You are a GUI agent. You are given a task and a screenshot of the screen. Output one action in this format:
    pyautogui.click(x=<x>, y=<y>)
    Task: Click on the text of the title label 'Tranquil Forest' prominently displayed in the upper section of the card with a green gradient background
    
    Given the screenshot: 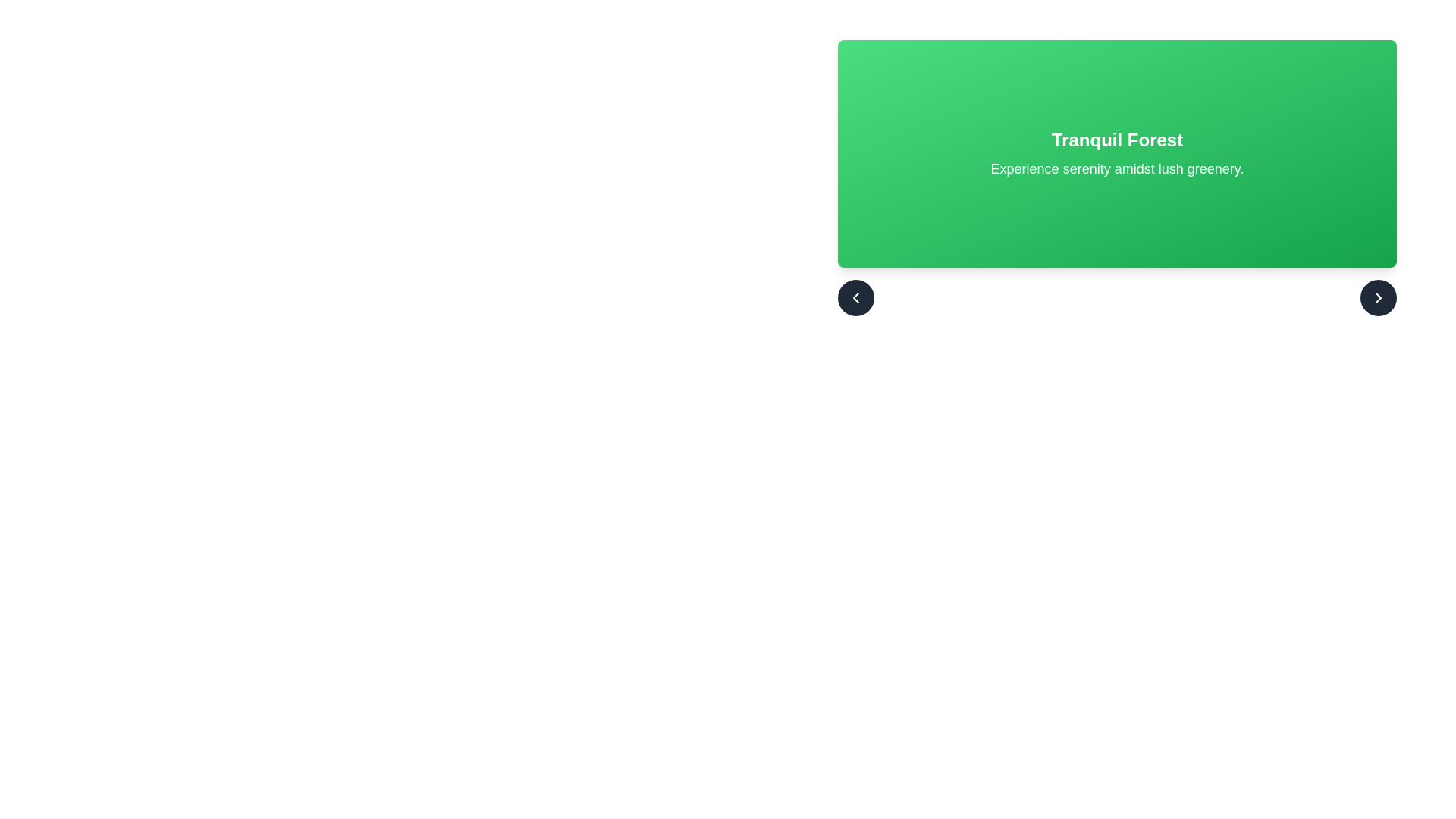 What is the action you would take?
    pyautogui.click(x=1117, y=140)
    